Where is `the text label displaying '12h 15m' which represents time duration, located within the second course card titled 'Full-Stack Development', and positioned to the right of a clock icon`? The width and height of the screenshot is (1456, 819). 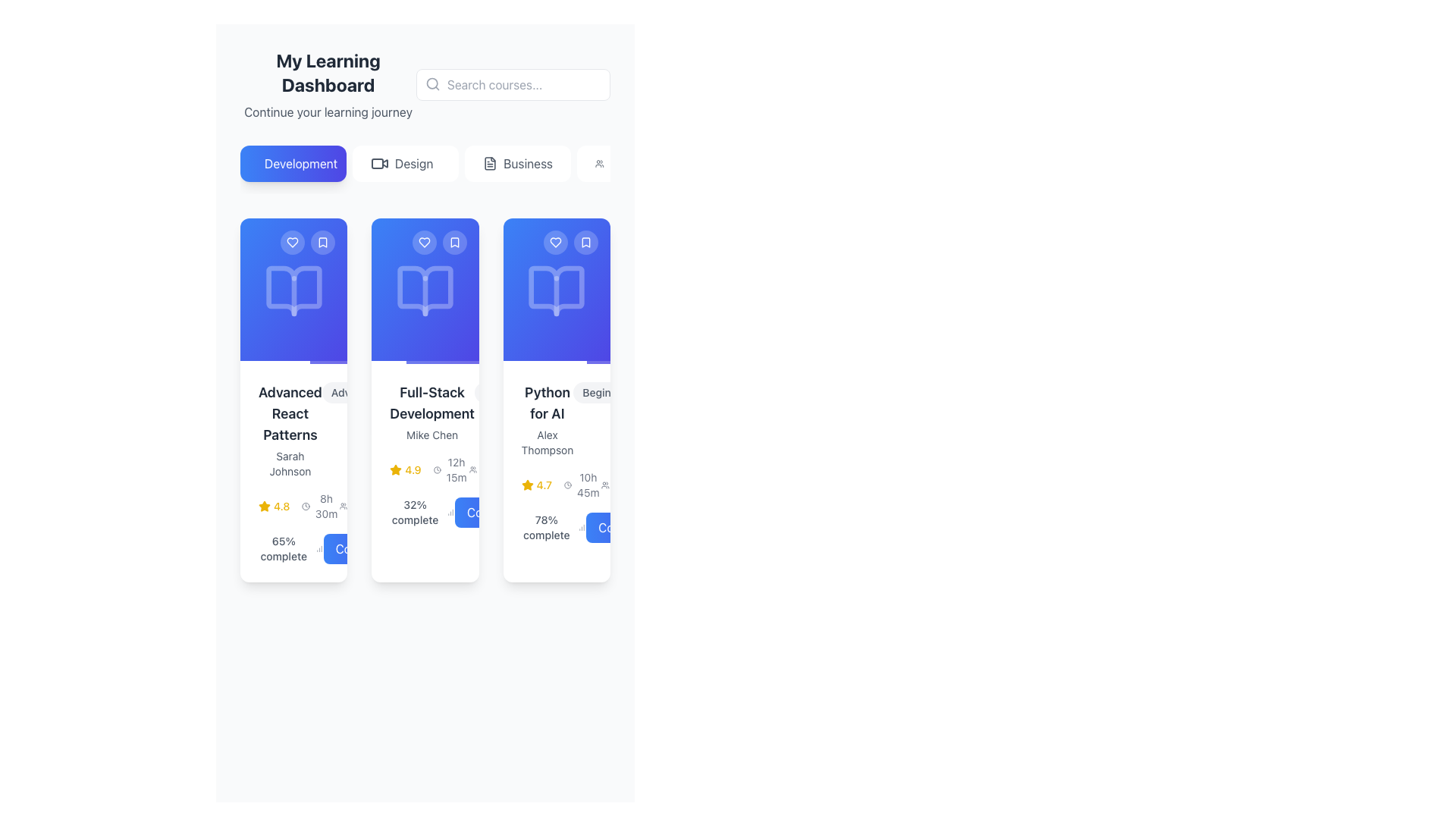
the text label displaying '12h 15m' which represents time duration, located within the second course card titled 'Full-Stack Development', and positioned to the right of a clock icon is located at coordinates (456, 469).